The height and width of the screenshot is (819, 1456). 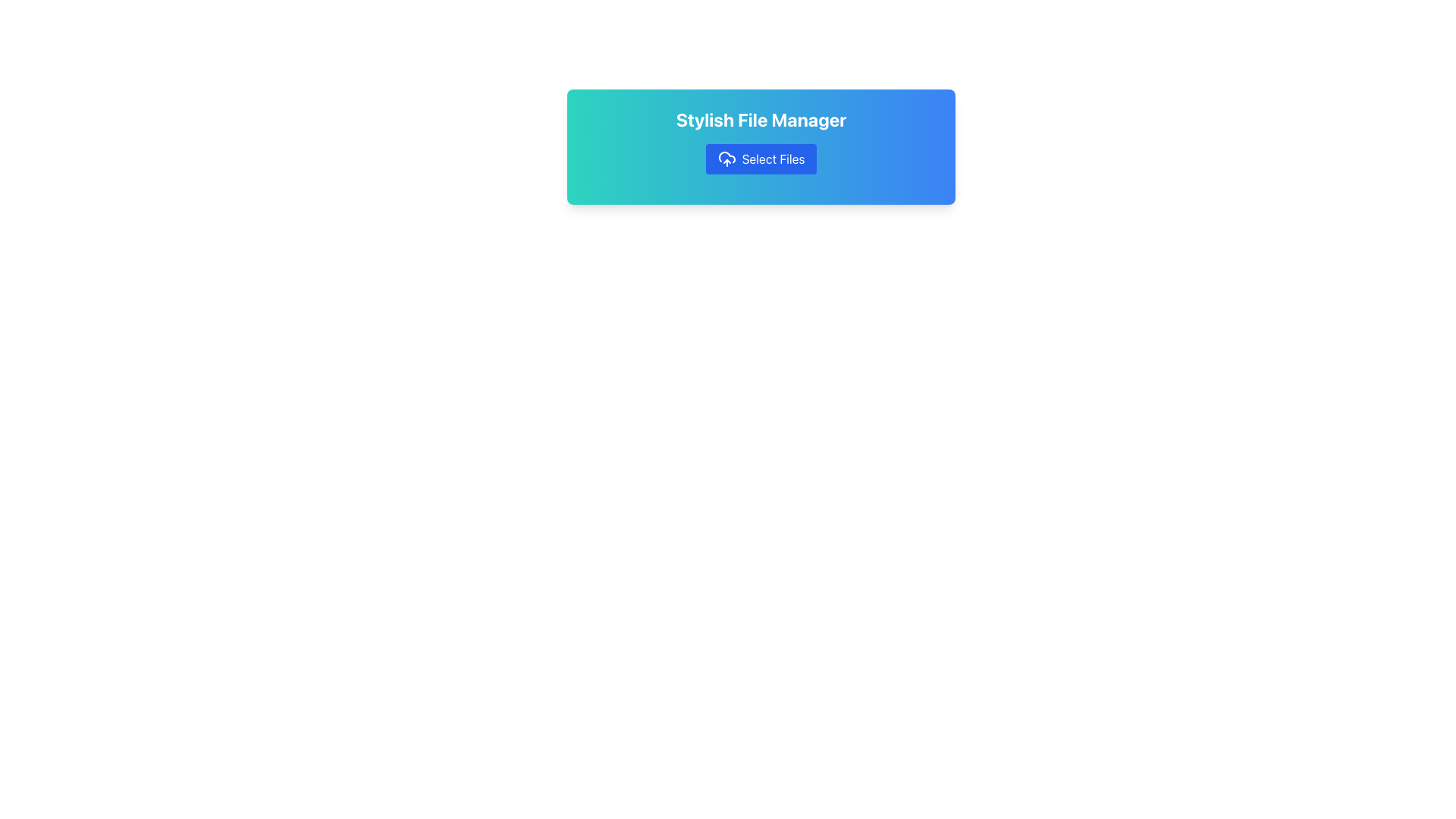 What do you see at coordinates (761, 158) in the screenshot?
I see `the blue button labeled 'Select Files' with a cloud icon to initiate file selection` at bounding box center [761, 158].